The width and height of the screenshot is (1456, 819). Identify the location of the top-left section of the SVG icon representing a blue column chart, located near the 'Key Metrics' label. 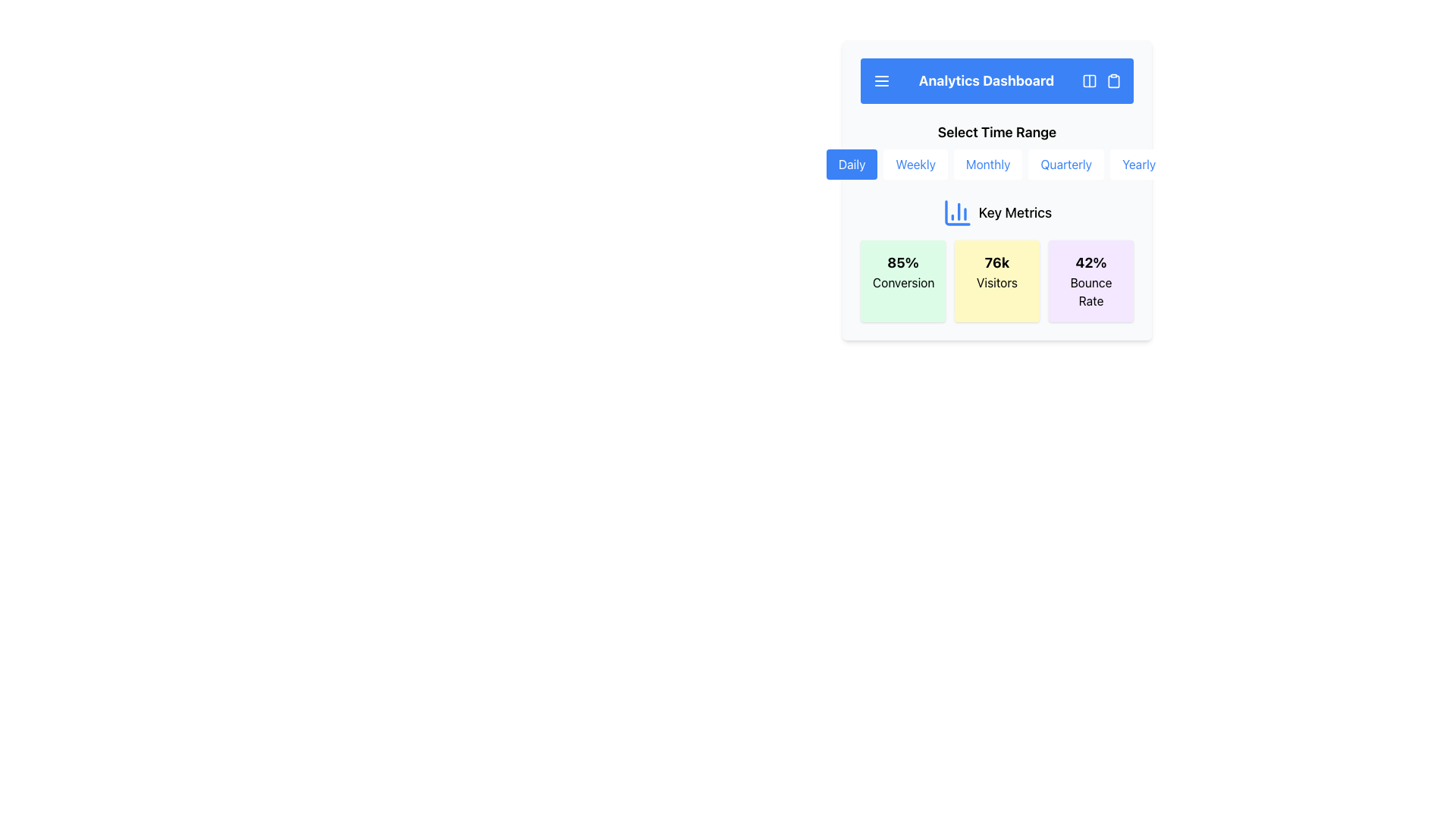
(956, 213).